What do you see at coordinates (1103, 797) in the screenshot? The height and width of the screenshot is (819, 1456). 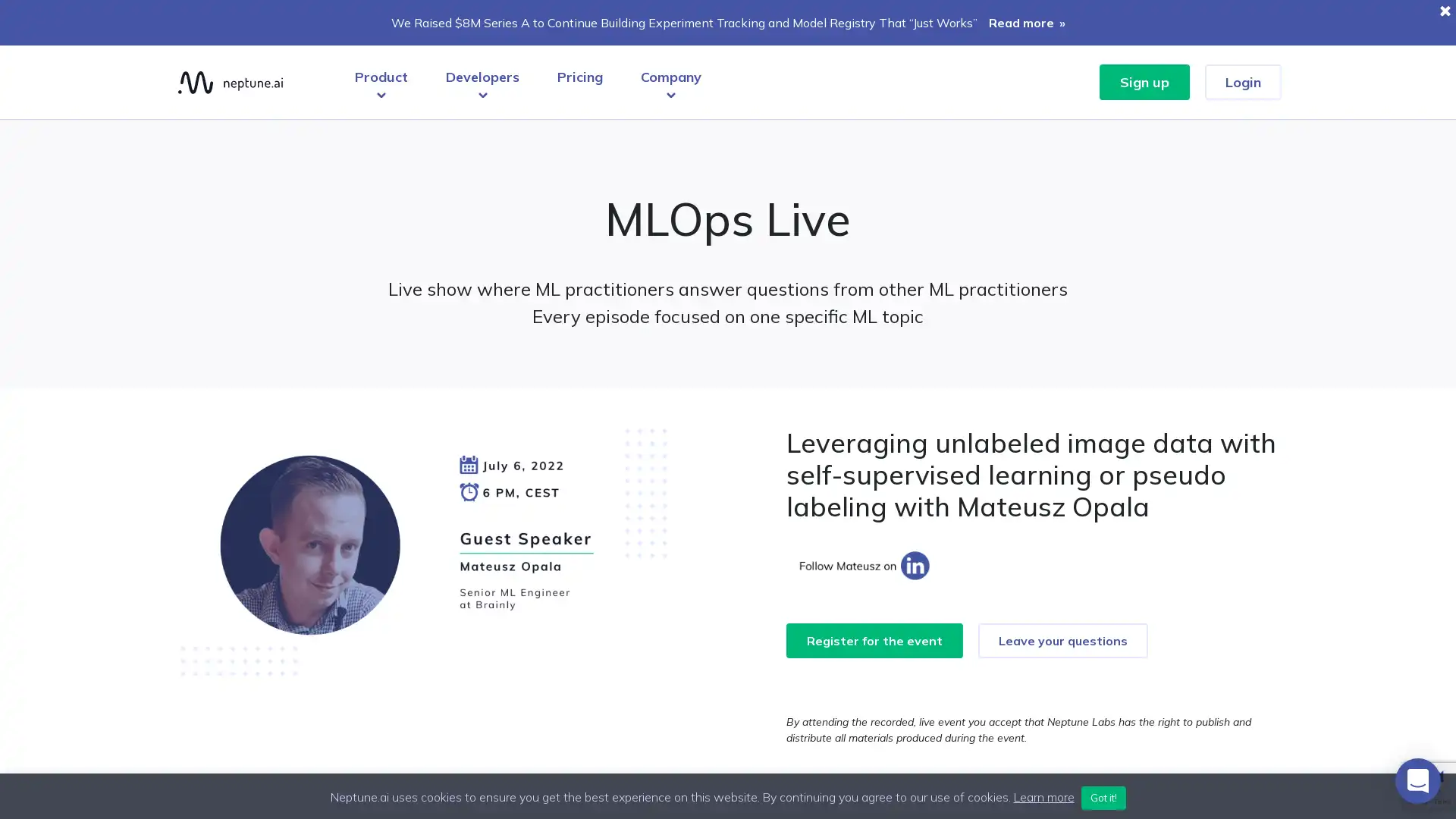 I see `Got it!` at bounding box center [1103, 797].